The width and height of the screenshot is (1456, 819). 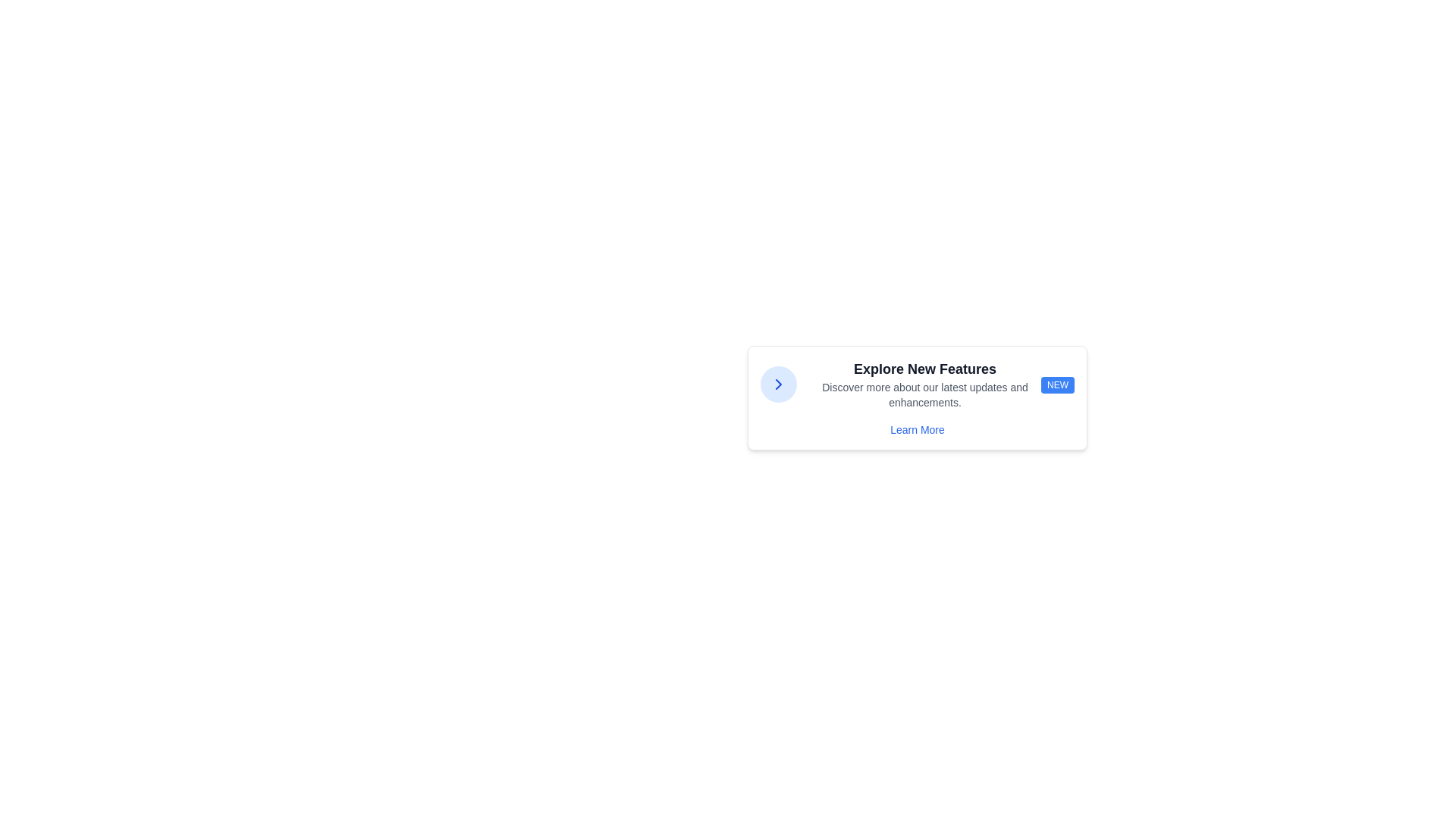 I want to click on the rightward-pointing chevron arrow icon with a blue outline, located within a circular blue button on the left side of the 'Explore New Features' notification card, so click(x=779, y=383).